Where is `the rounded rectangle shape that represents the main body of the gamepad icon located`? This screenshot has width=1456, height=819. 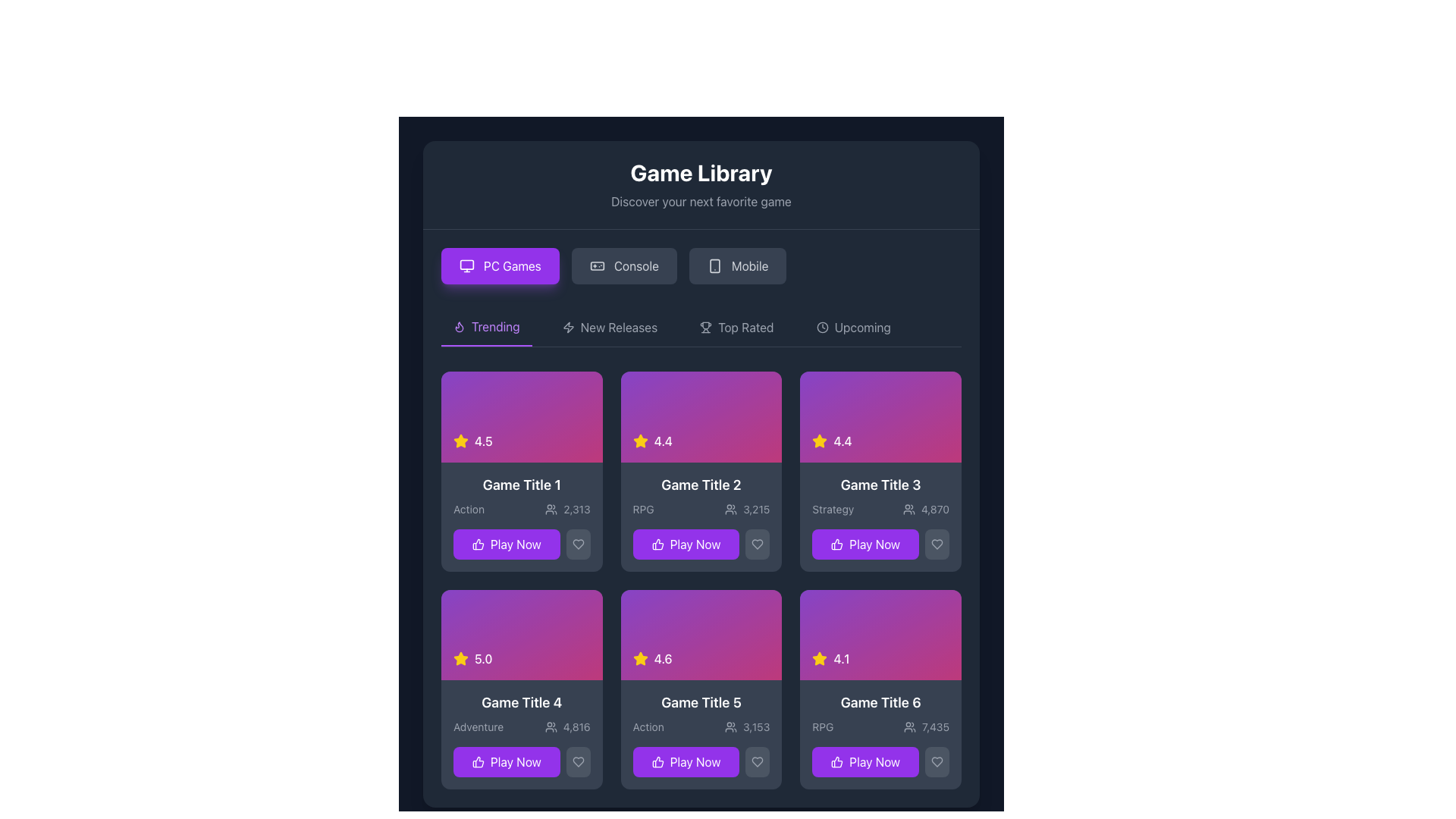
the rounded rectangle shape that represents the main body of the gamepad icon located is located at coordinates (596, 265).